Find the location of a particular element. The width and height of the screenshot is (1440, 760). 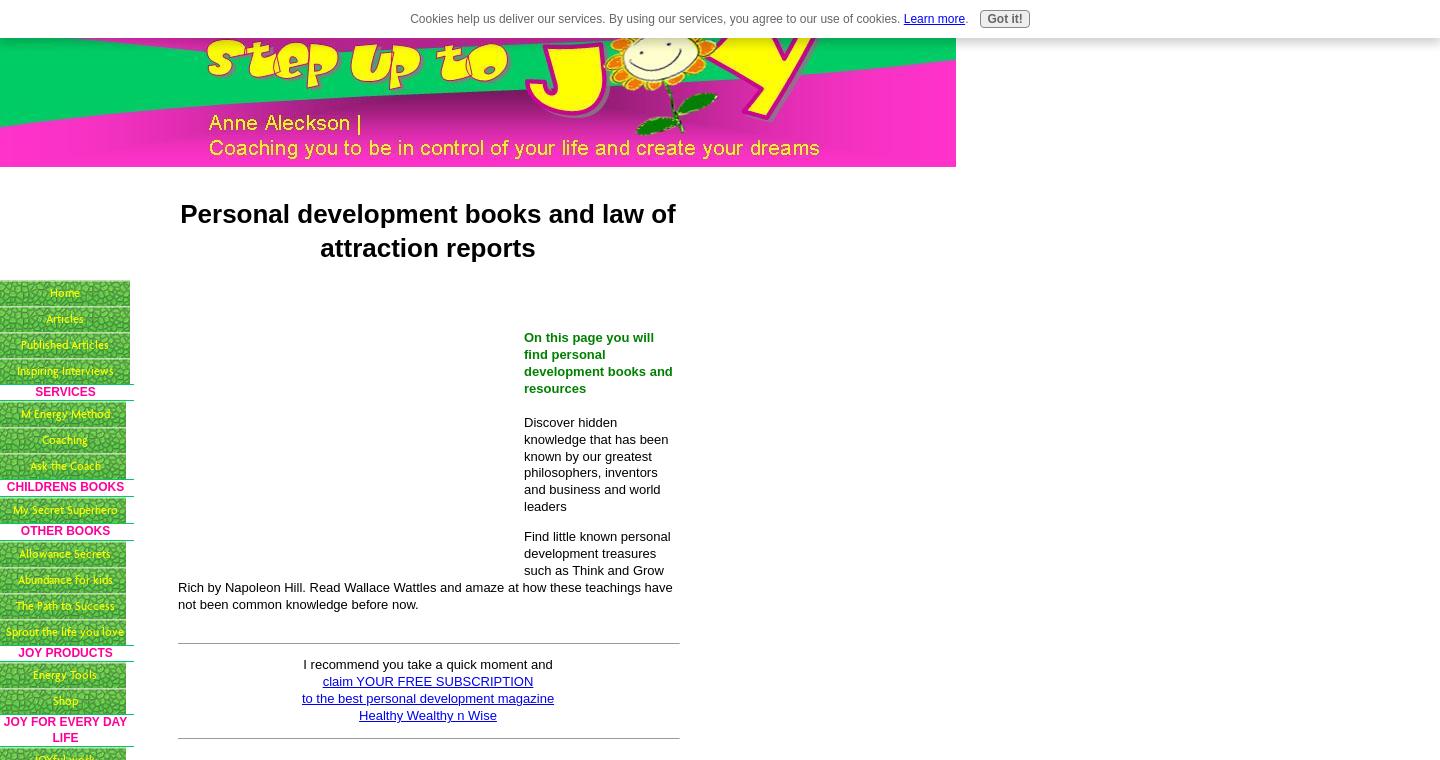

'OTHER BOOKS' is located at coordinates (64, 531).